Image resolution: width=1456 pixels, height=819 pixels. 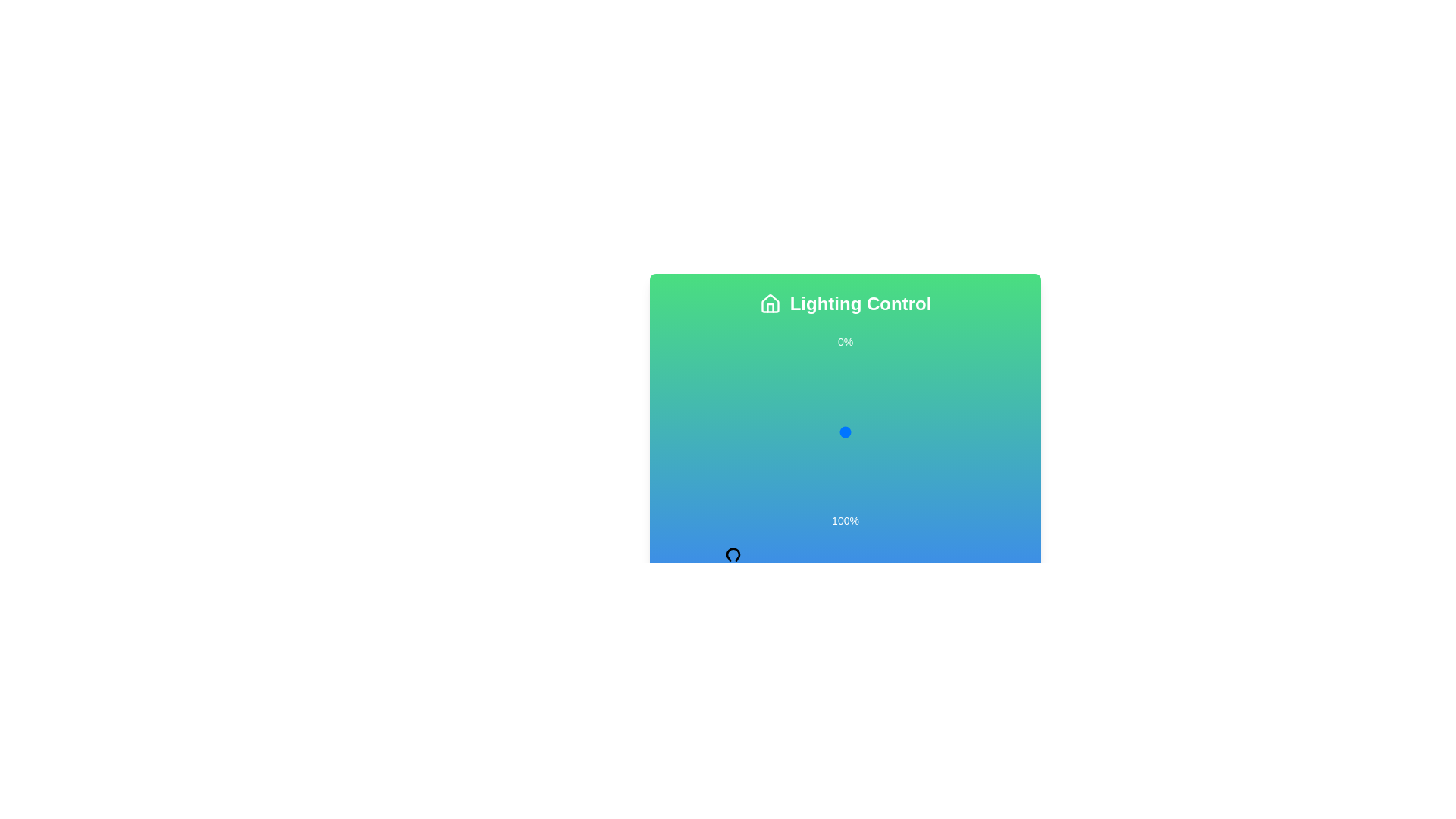 What do you see at coordinates (844, 431) in the screenshot?
I see `the slider` at bounding box center [844, 431].